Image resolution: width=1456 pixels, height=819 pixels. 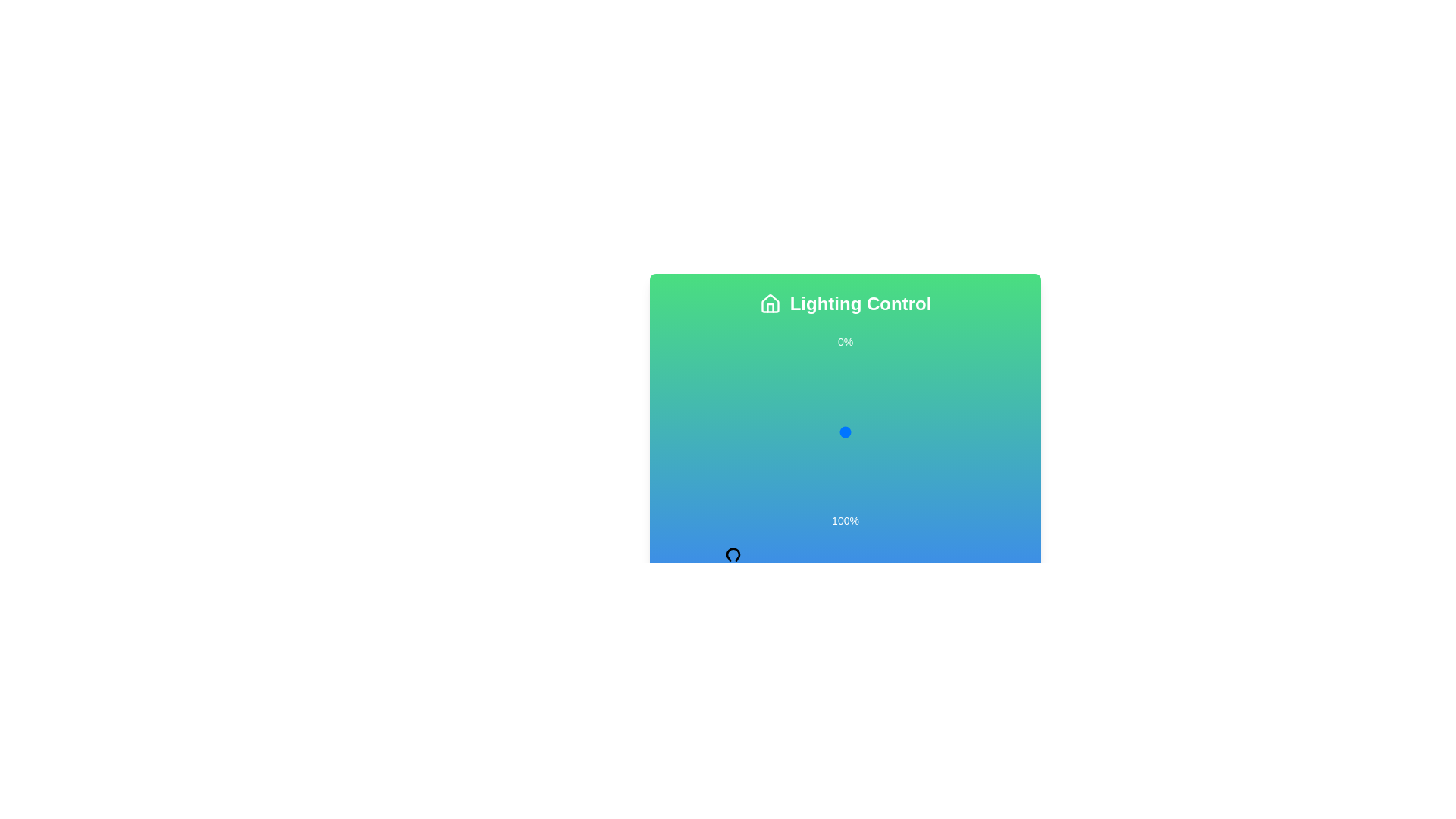 What do you see at coordinates (844, 431) in the screenshot?
I see `the slider` at bounding box center [844, 431].